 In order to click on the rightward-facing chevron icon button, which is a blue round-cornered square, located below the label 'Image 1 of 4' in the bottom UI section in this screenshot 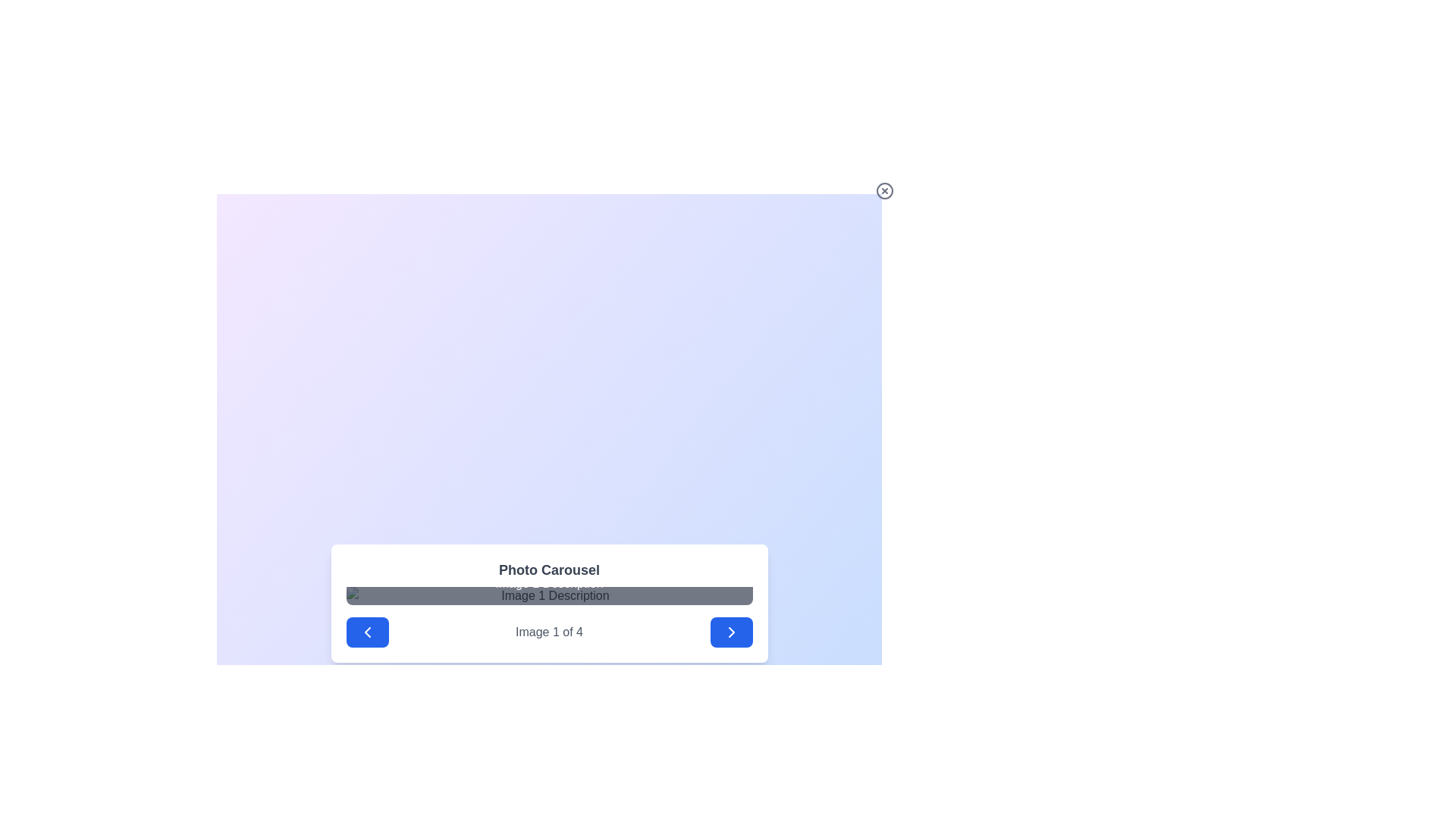, I will do `click(731, 632)`.